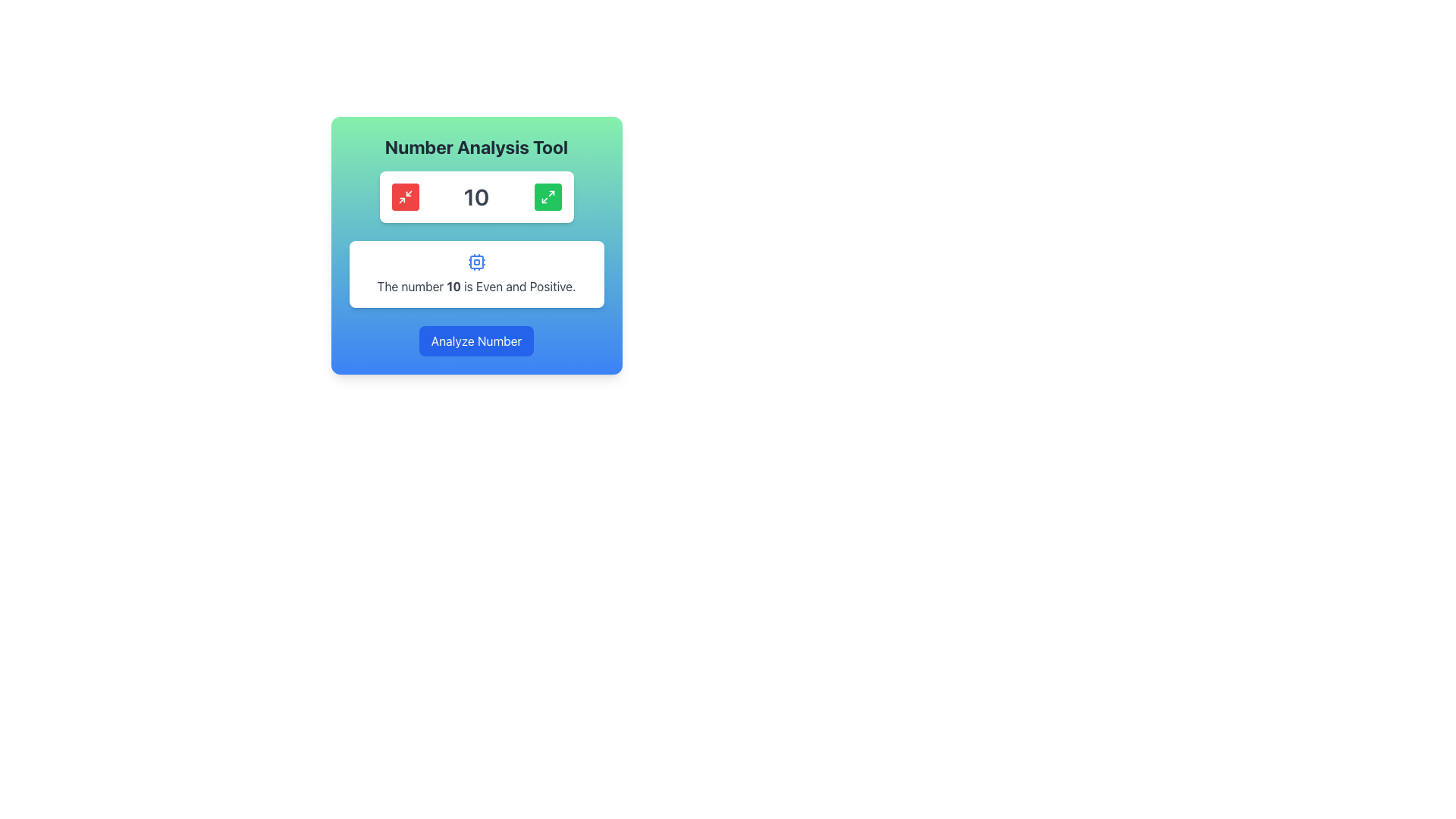  What do you see at coordinates (475, 262) in the screenshot?
I see `the blue CPU-like SVG icon that is centered above the text 'The number 10 is Even and Positive.'` at bounding box center [475, 262].